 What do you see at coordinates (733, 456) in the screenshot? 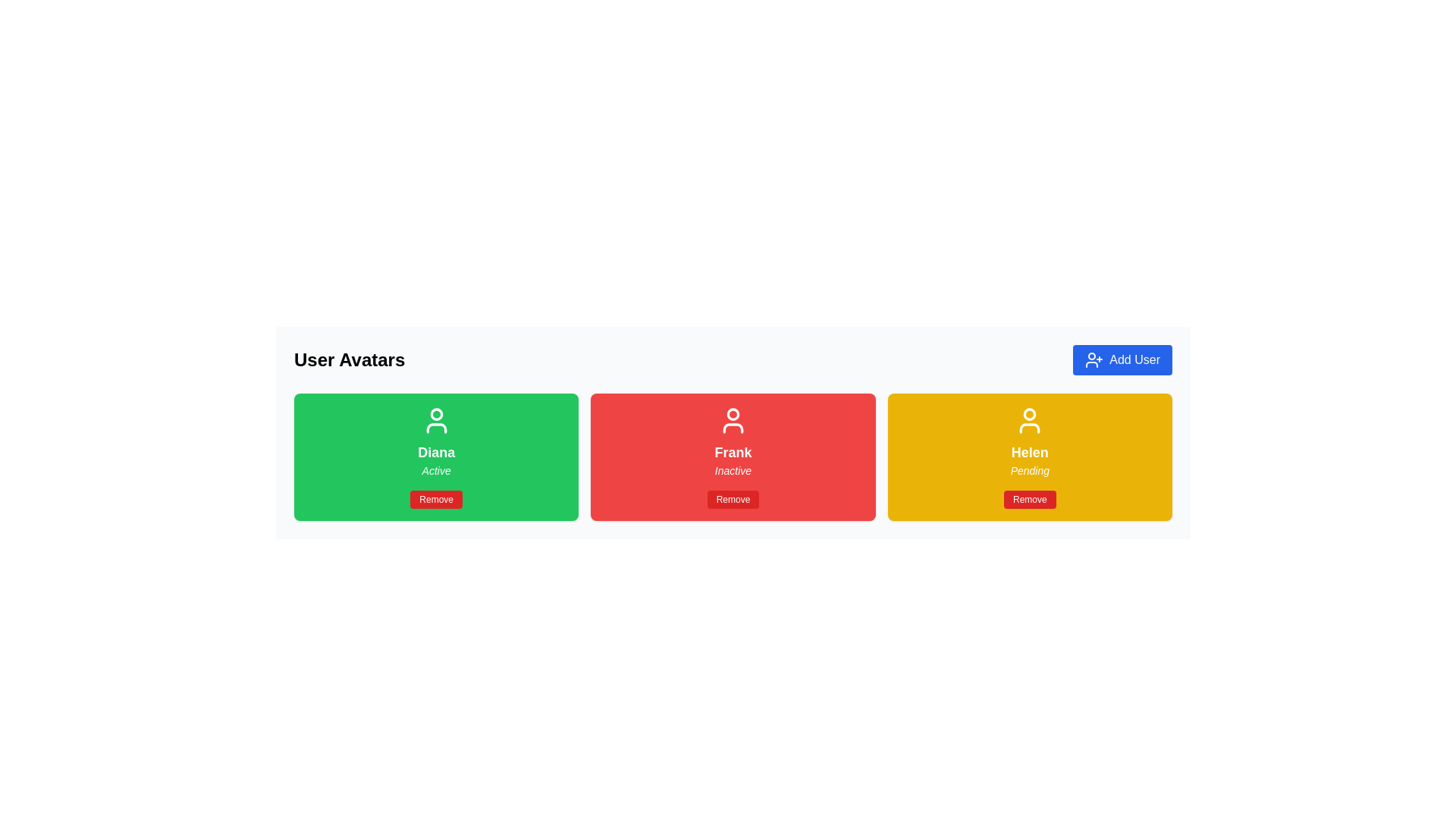
I see `the Card displaying the name 'Frank', status 'Inactive', and the 'Remove' button within the 'User Avatars' section` at bounding box center [733, 456].